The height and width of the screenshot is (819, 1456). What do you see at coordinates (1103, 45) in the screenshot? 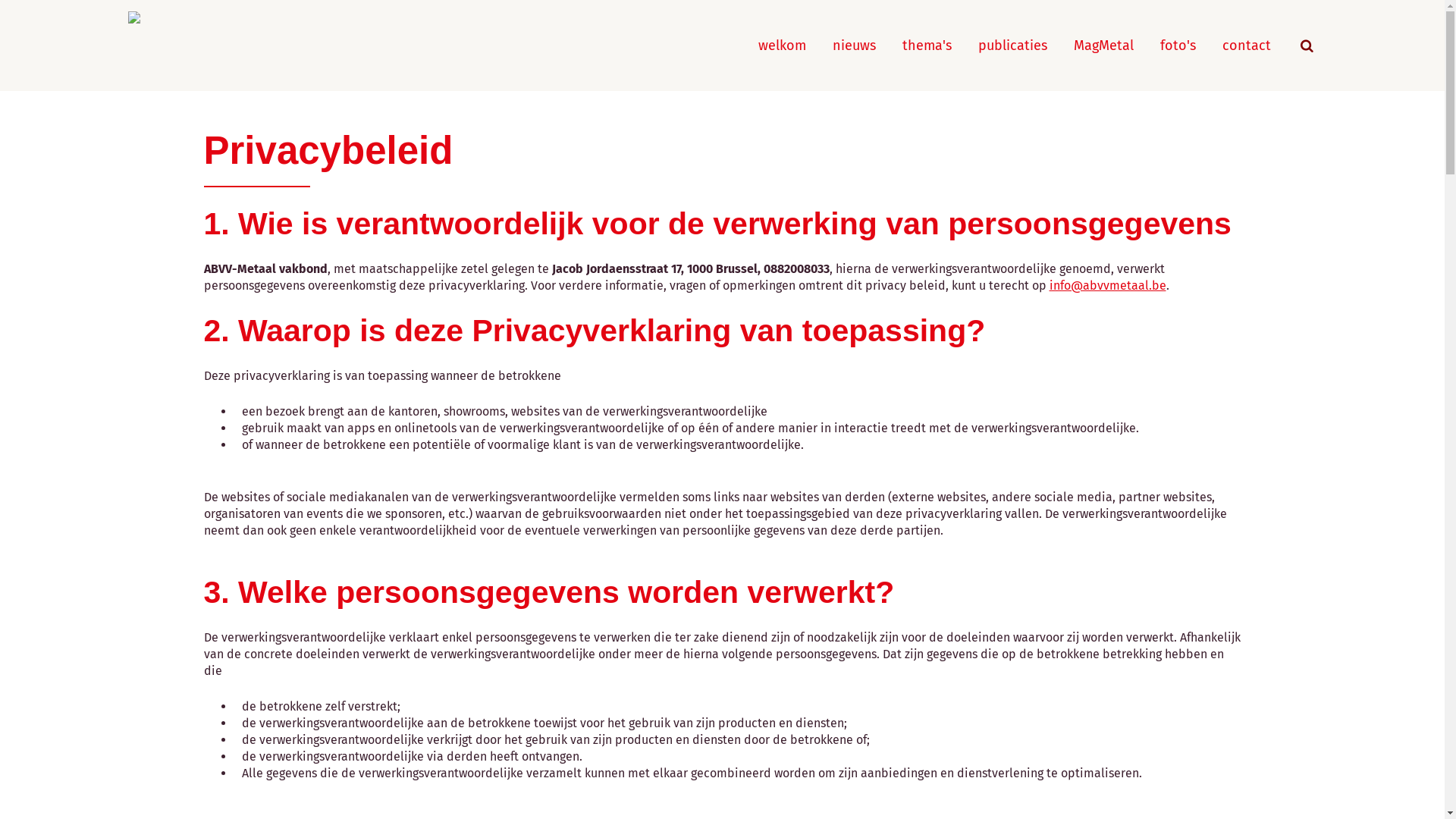
I see `'MagMetal'` at bounding box center [1103, 45].